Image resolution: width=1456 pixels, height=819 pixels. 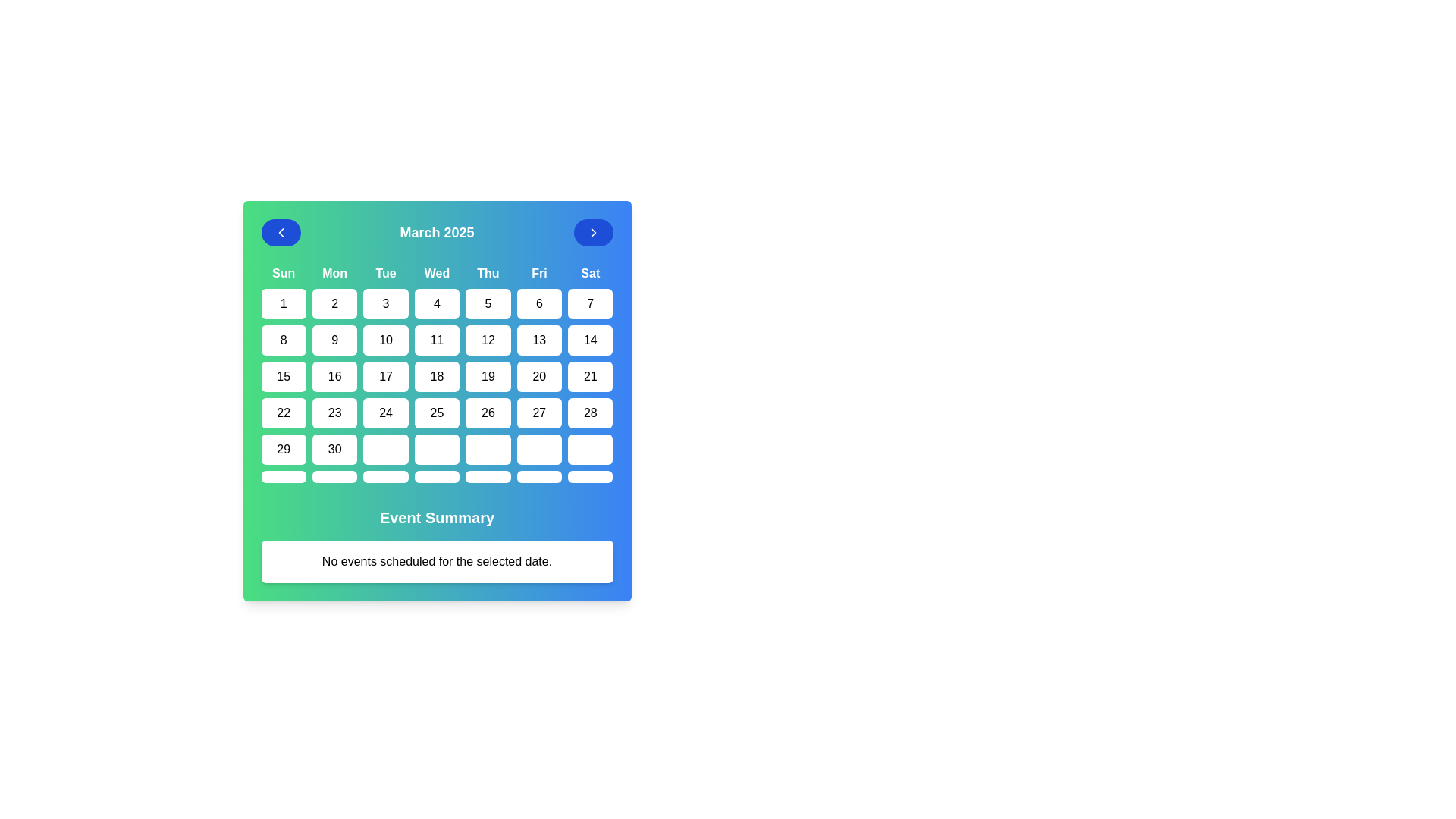 What do you see at coordinates (334, 339) in the screenshot?
I see `the button representing the 9th day of the month in the calendar grid, located below 'Mon' in the second row and second column` at bounding box center [334, 339].